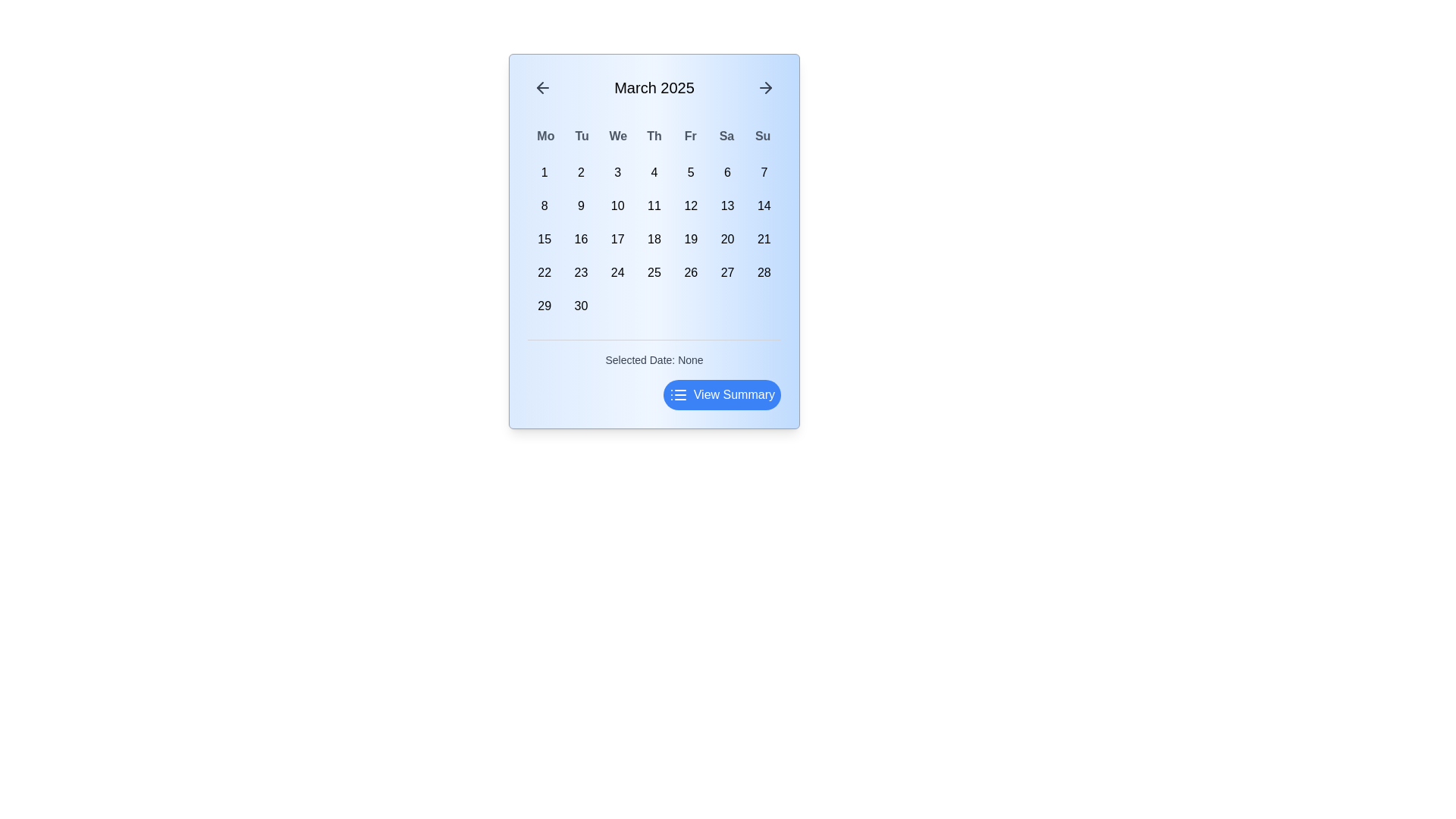 The height and width of the screenshot is (819, 1456). What do you see at coordinates (690, 239) in the screenshot?
I see `the button representing the date '19' in the calendar grid for March 2025` at bounding box center [690, 239].